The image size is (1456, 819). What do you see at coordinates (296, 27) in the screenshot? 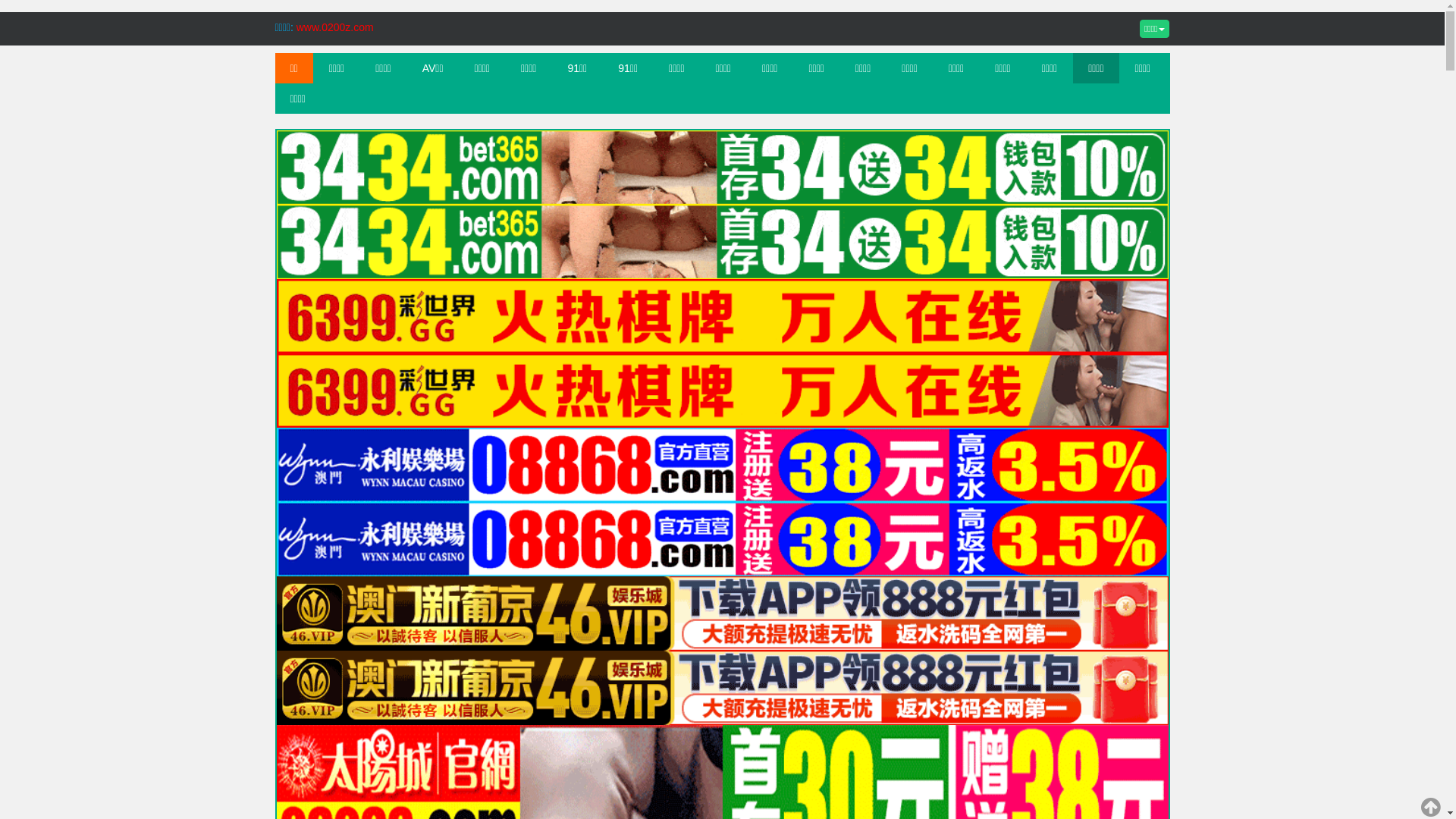
I see `'www.0200z.com'` at bounding box center [296, 27].